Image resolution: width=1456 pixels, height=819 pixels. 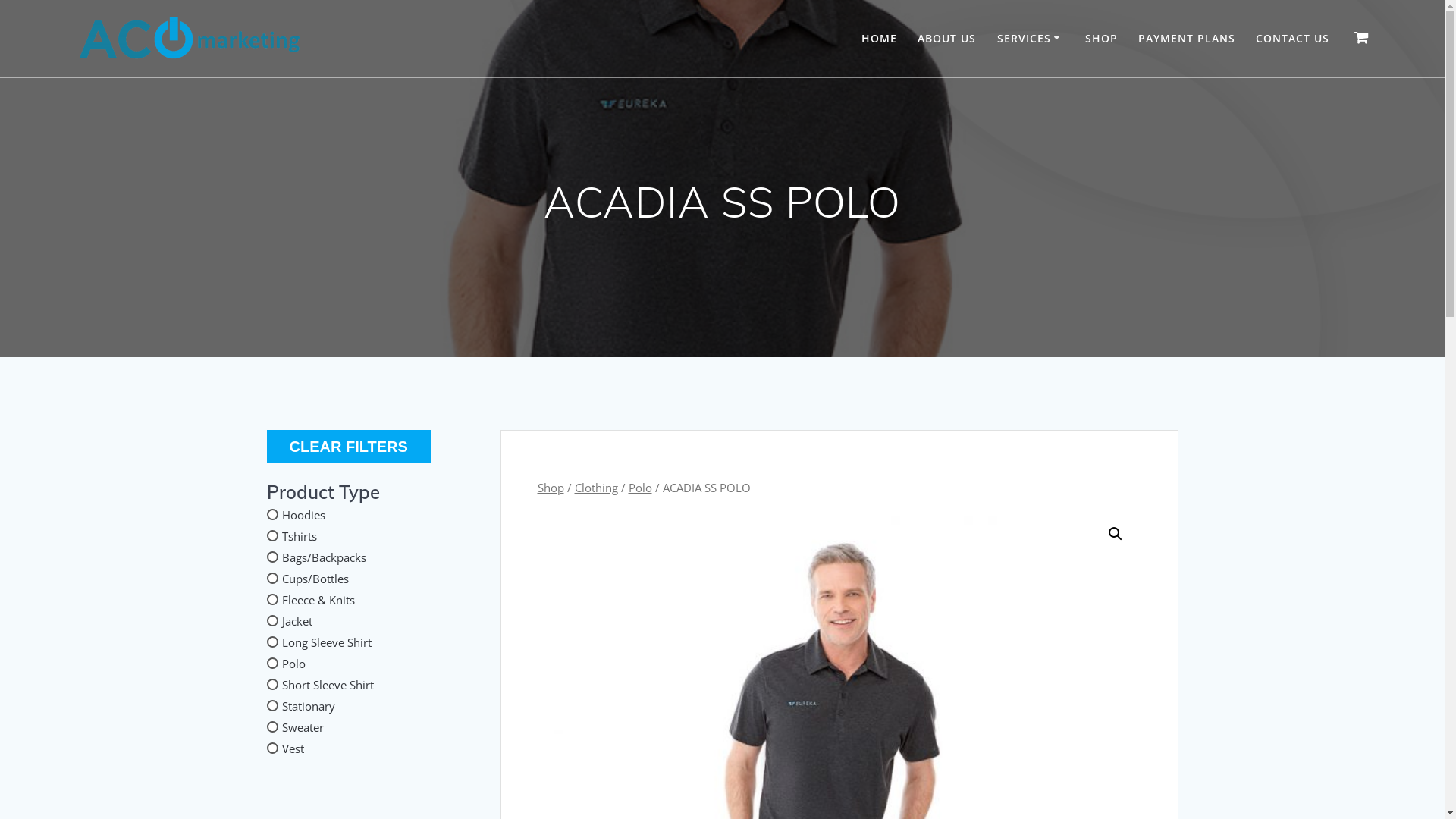 What do you see at coordinates (861, 37) in the screenshot?
I see `'HOME'` at bounding box center [861, 37].